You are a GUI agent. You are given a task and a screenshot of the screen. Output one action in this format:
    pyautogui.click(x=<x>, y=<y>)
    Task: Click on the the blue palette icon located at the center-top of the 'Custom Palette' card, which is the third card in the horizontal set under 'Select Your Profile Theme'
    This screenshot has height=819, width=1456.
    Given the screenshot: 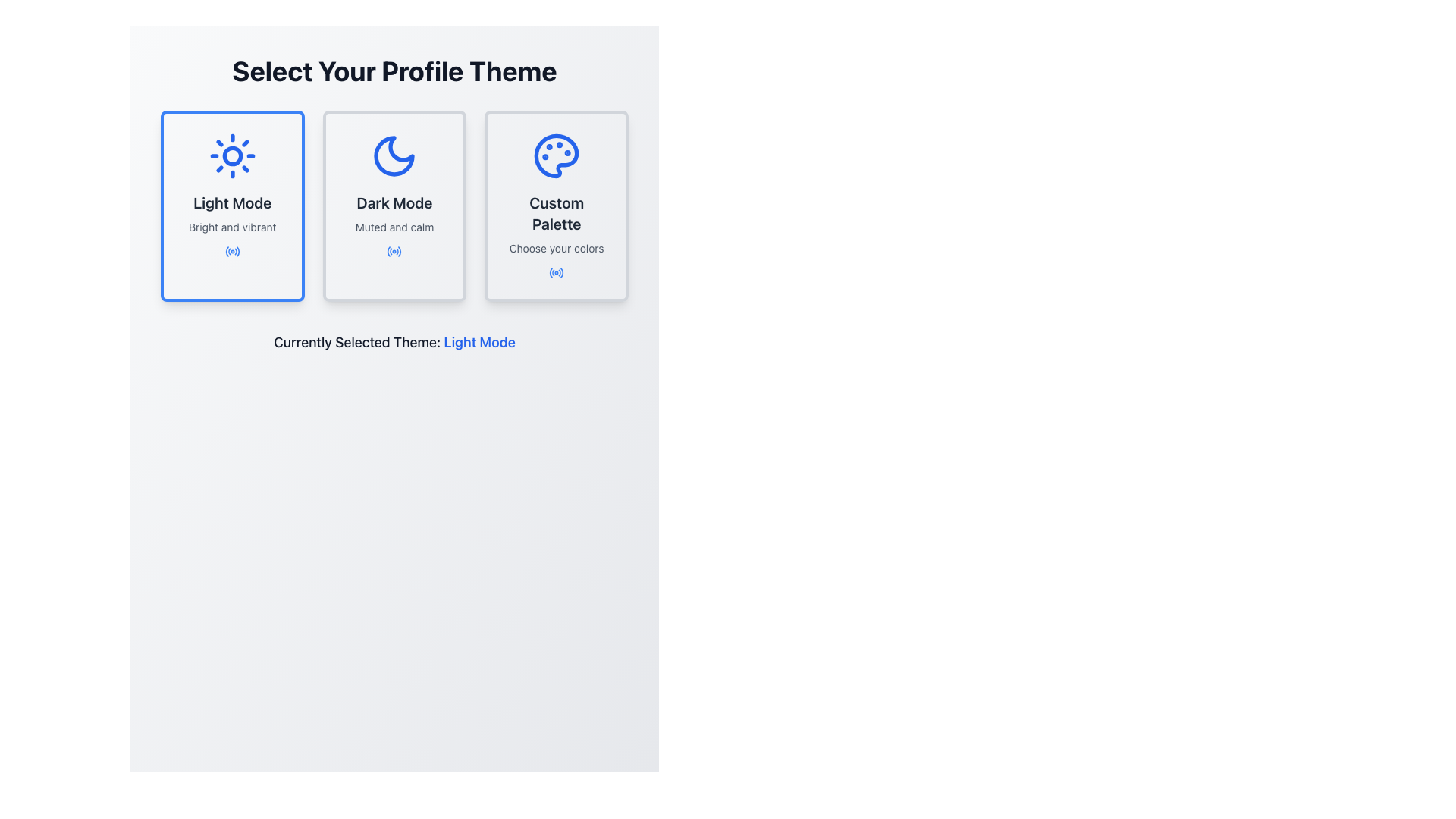 What is the action you would take?
    pyautogui.click(x=556, y=155)
    